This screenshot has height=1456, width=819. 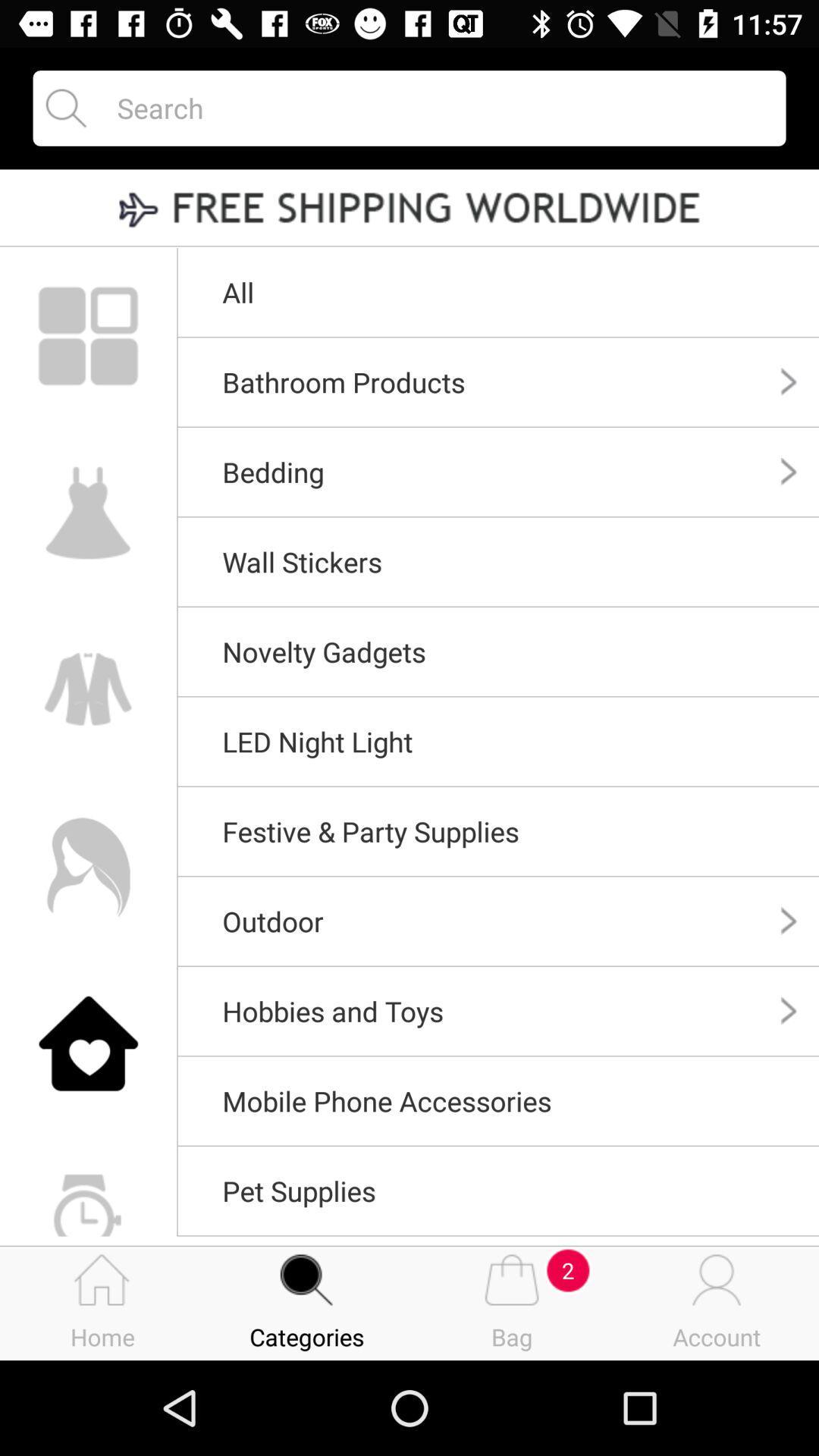 What do you see at coordinates (409, 209) in the screenshot?
I see `free shipping worldwide button` at bounding box center [409, 209].